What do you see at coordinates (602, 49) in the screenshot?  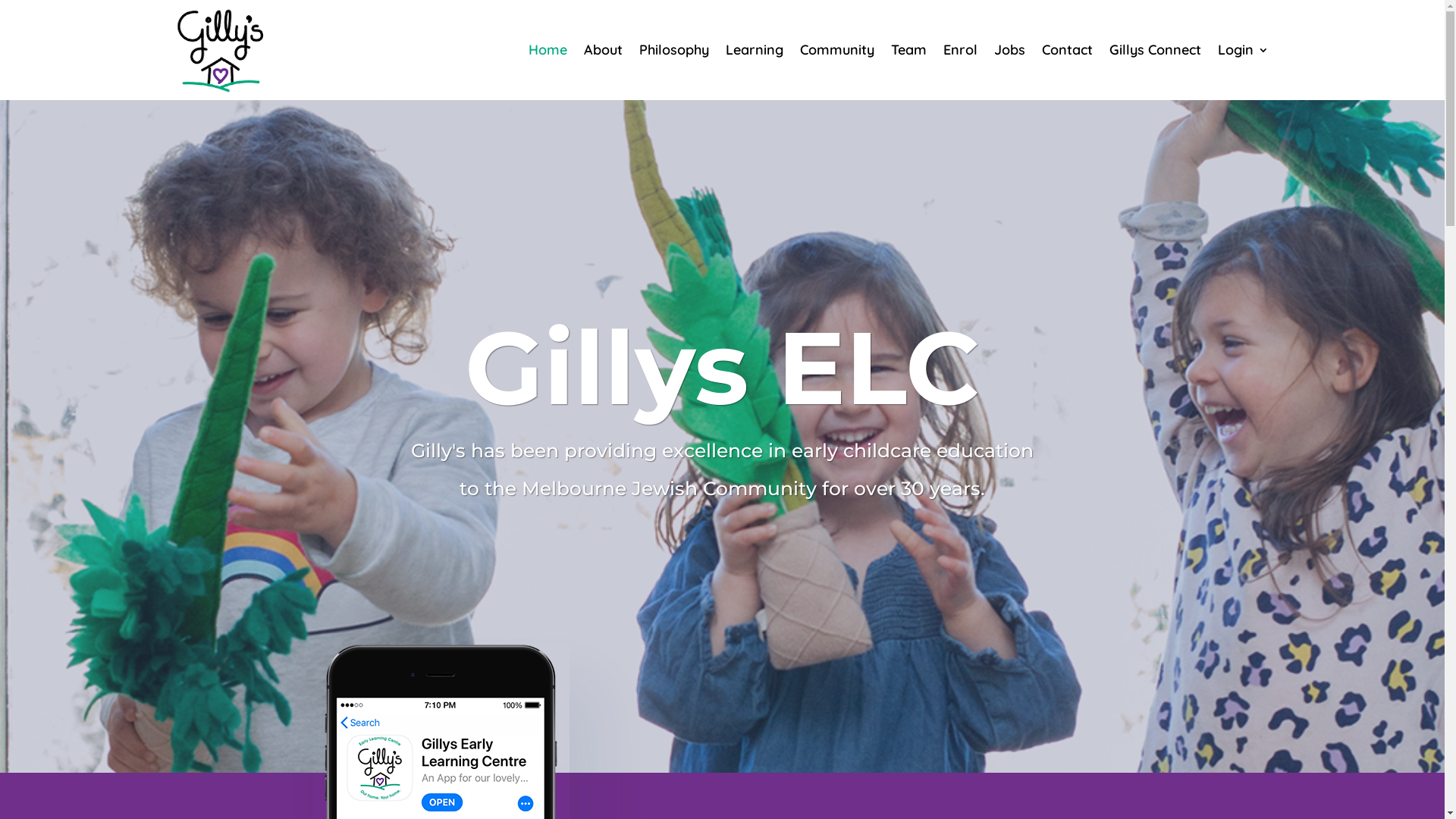 I see `'About'` at bounding box center [602, 49].